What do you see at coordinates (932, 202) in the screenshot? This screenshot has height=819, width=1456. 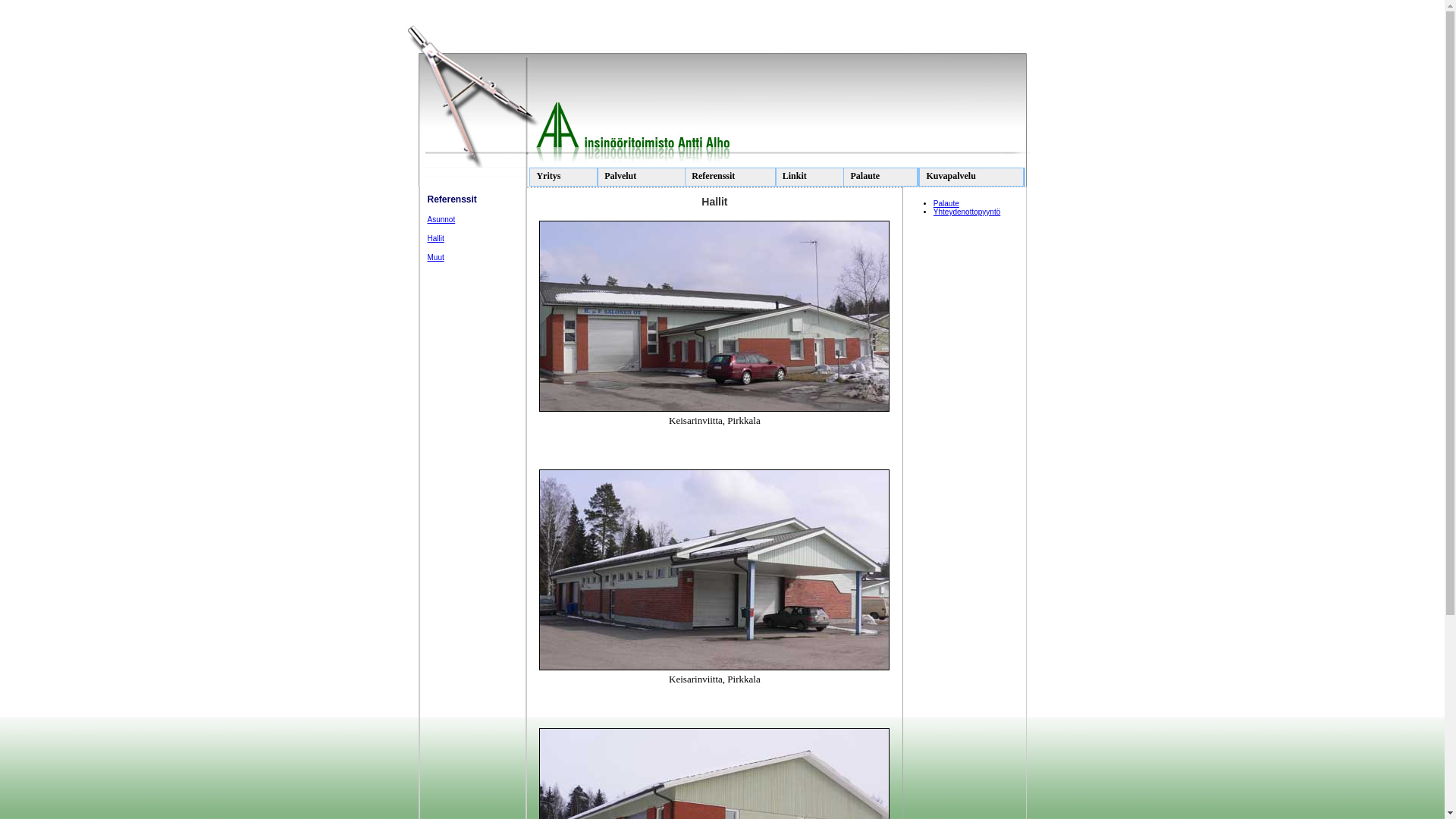 I see `'Palaute'` at bounding box center [932, 202].